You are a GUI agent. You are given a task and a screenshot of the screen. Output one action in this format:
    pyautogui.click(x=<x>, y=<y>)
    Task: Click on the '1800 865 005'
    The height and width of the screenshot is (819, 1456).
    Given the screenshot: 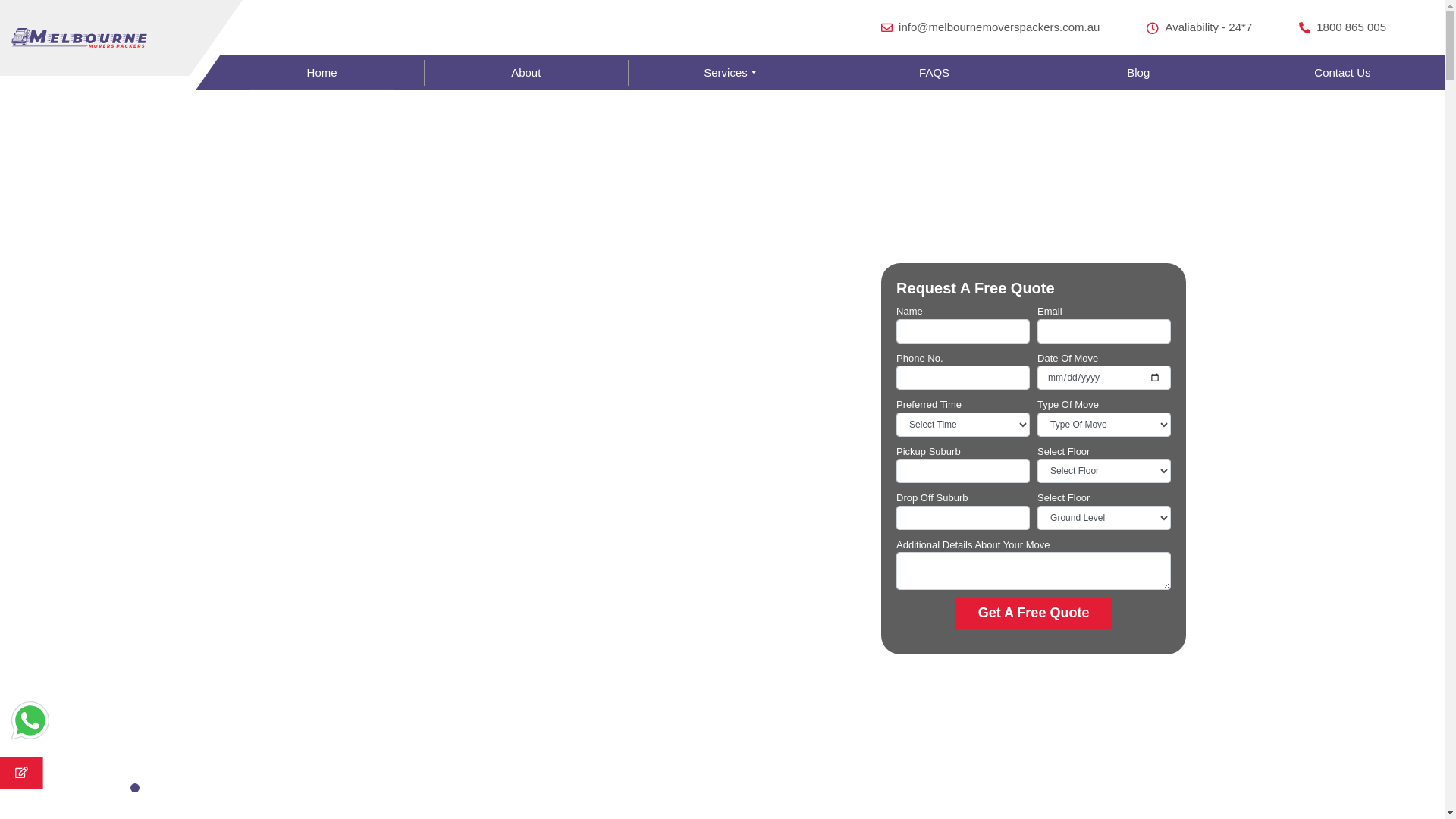 What is the action you would take?
    pyautogui.click(x=1298, y=27)
    